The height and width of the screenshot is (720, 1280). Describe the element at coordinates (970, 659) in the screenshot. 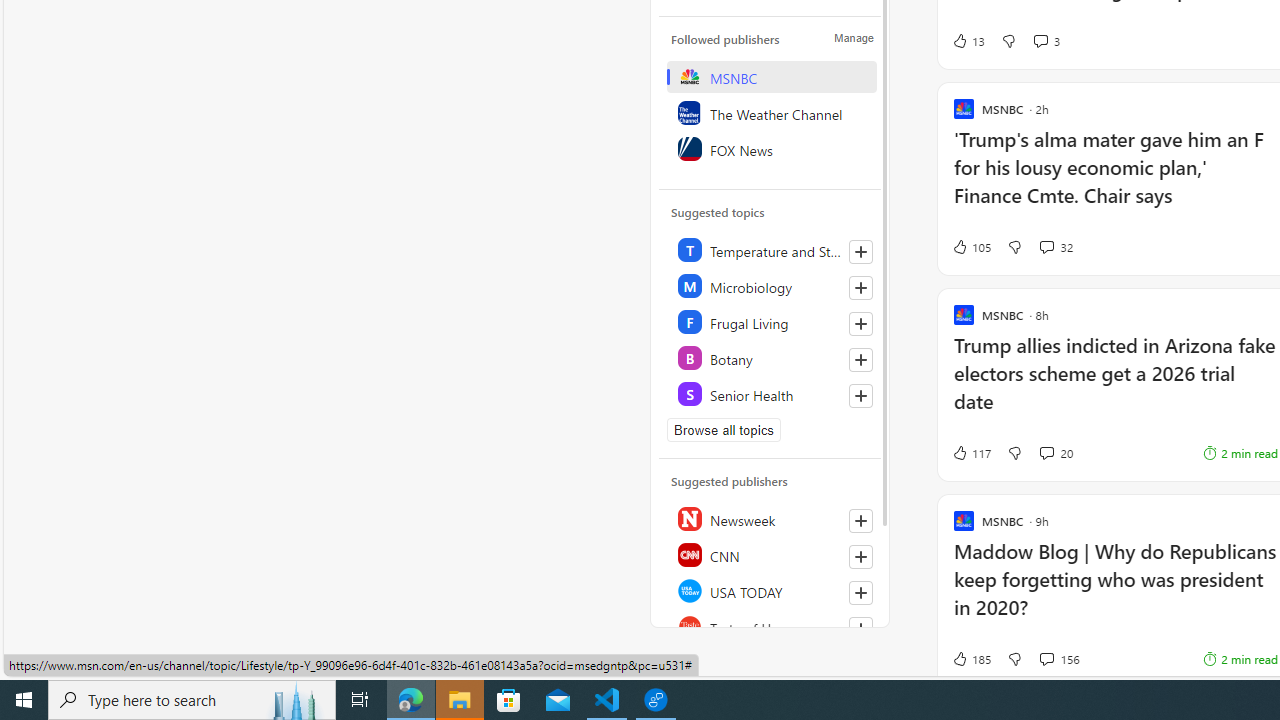

I see `'185 Like'` at that location.